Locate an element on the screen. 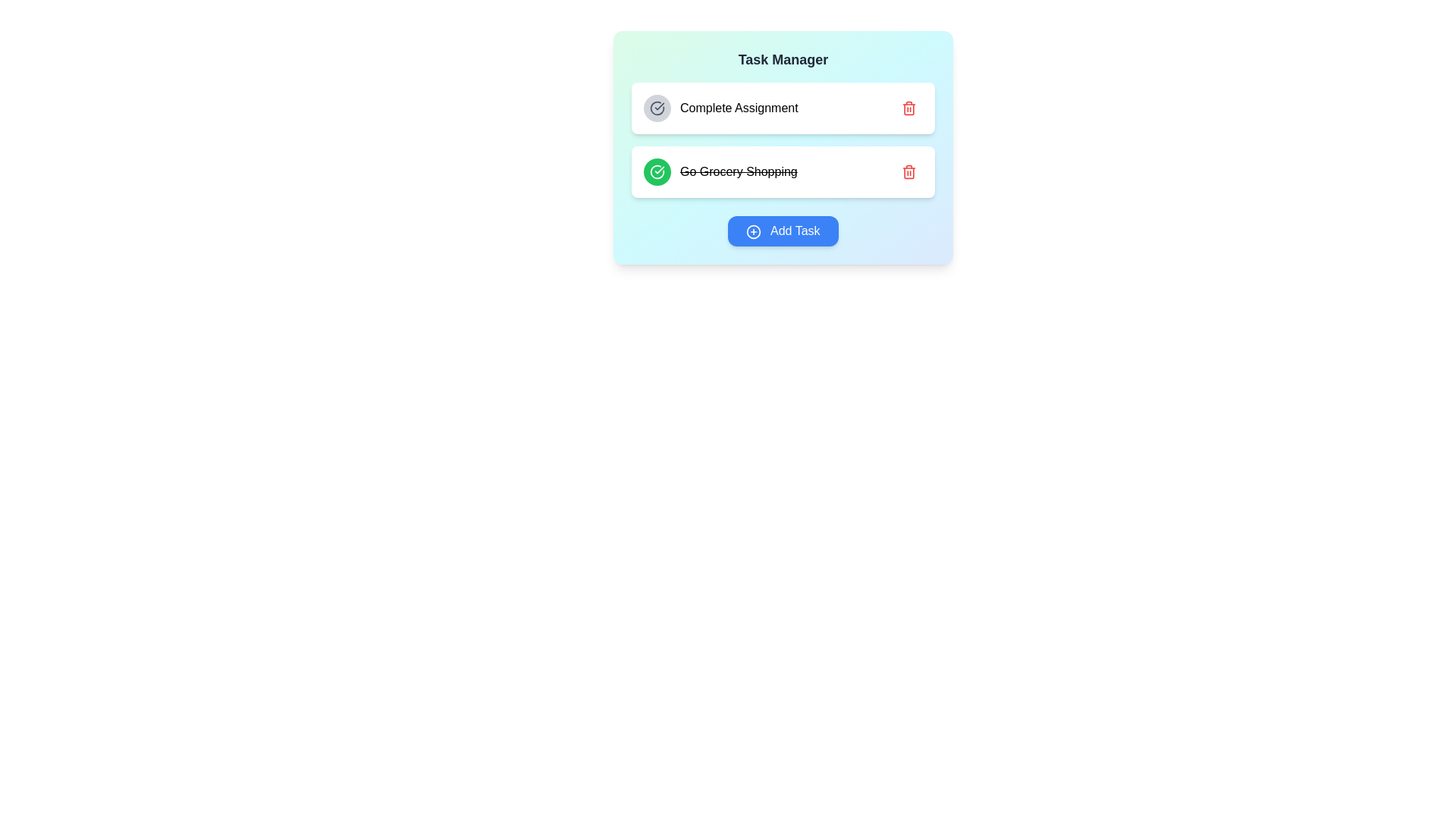  SVG Circle Element inside the 'Add Task' button, which has a hollow center and is part of the primary call-to-action interface is located at coordinates (754, 231).